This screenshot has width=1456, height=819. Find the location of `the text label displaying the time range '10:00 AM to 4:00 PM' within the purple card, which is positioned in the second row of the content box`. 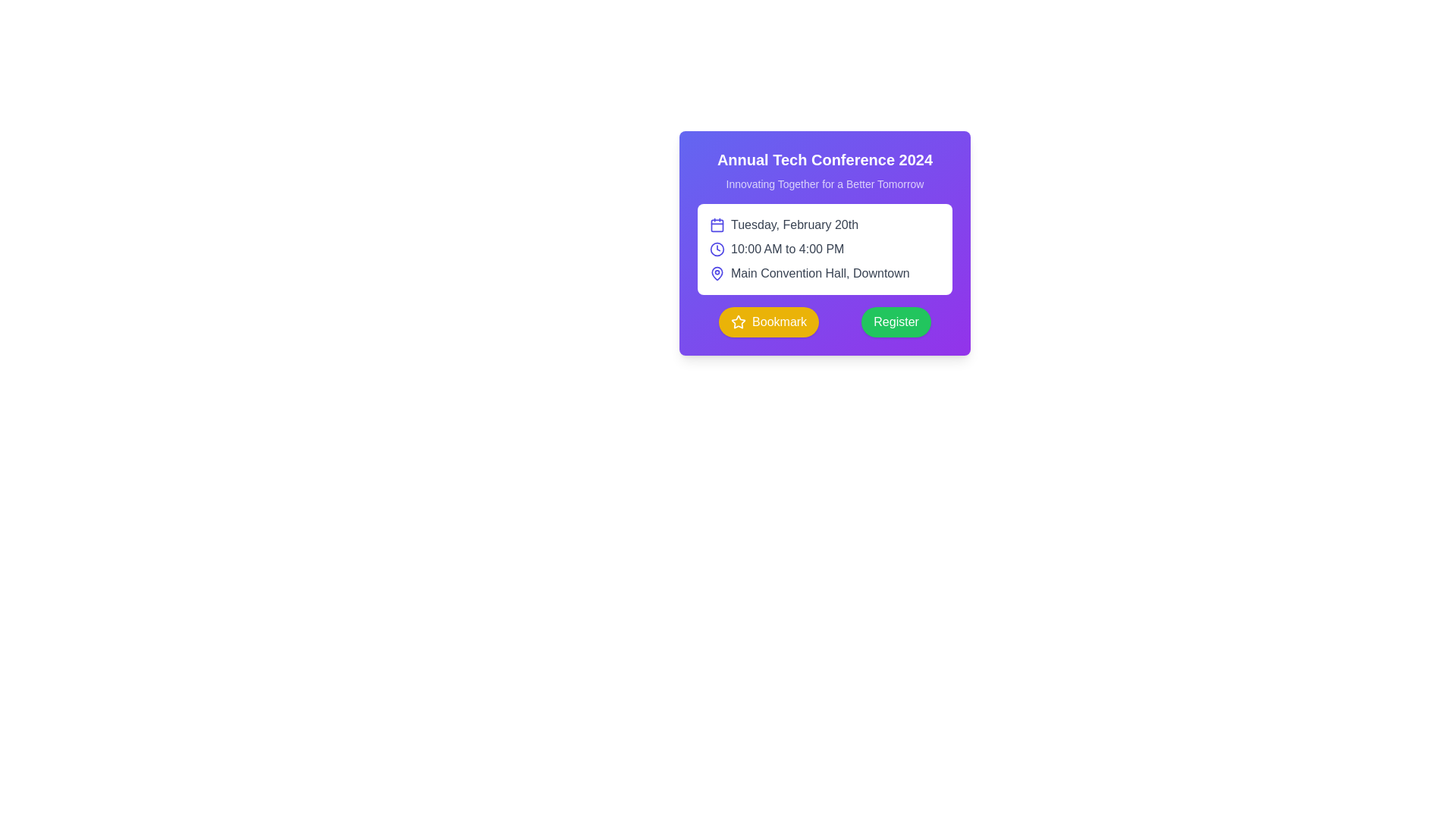

the text label displaying the time range '10:00 AM to 4:00 PM' within the purple card, which is positioned in the second row of the content box is located at coordinates (787, 248).